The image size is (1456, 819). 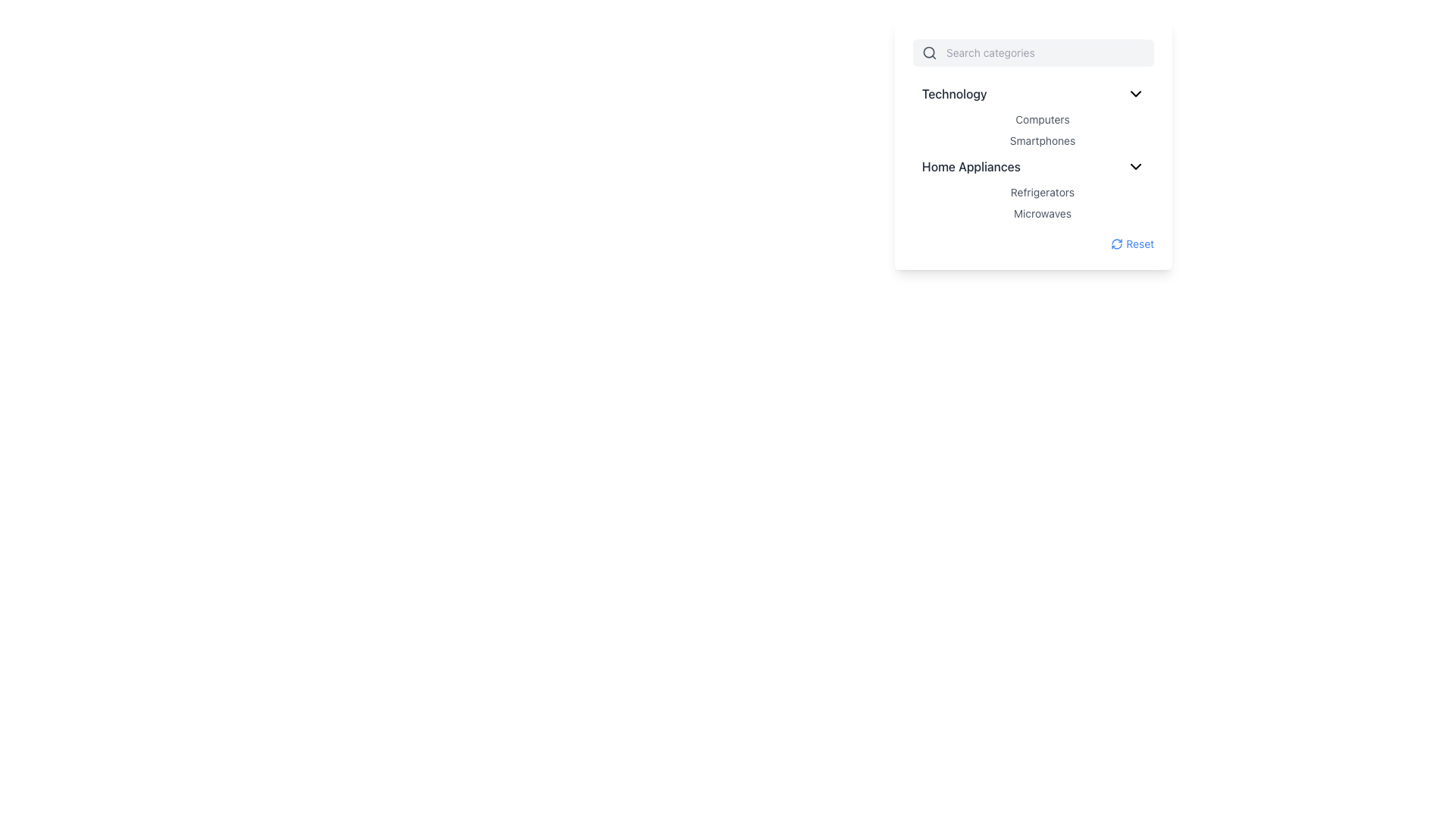 What do you see at coordinates (1033, 146) in the screenshot?
I see `the text label displaying 'Smartphones' within the expanded 'Technology' dropdown interface` at bounding box center [1033, 146].